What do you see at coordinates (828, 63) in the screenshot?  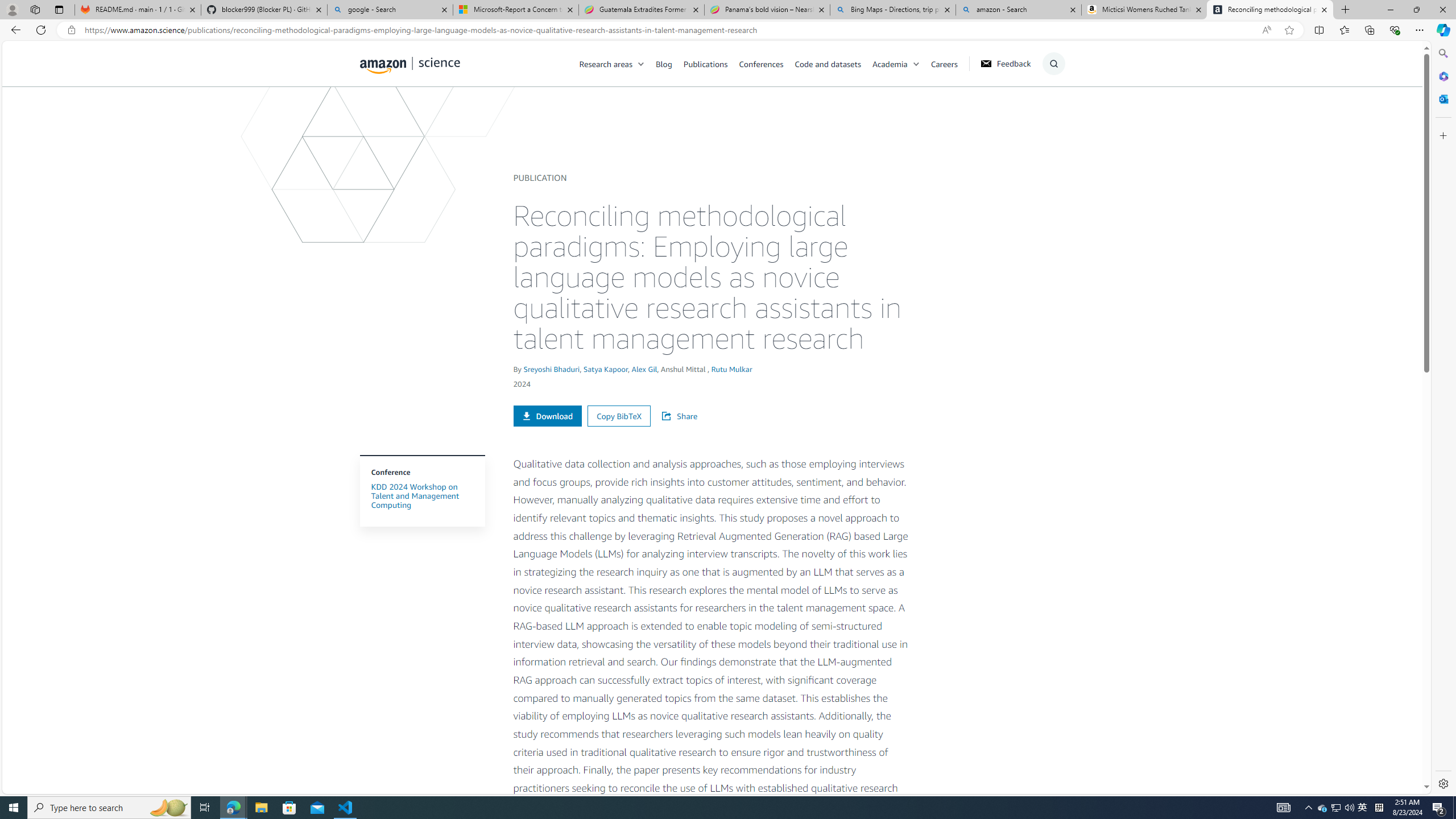 I see `'Code and datasets'` at bounding box center [828, 63].